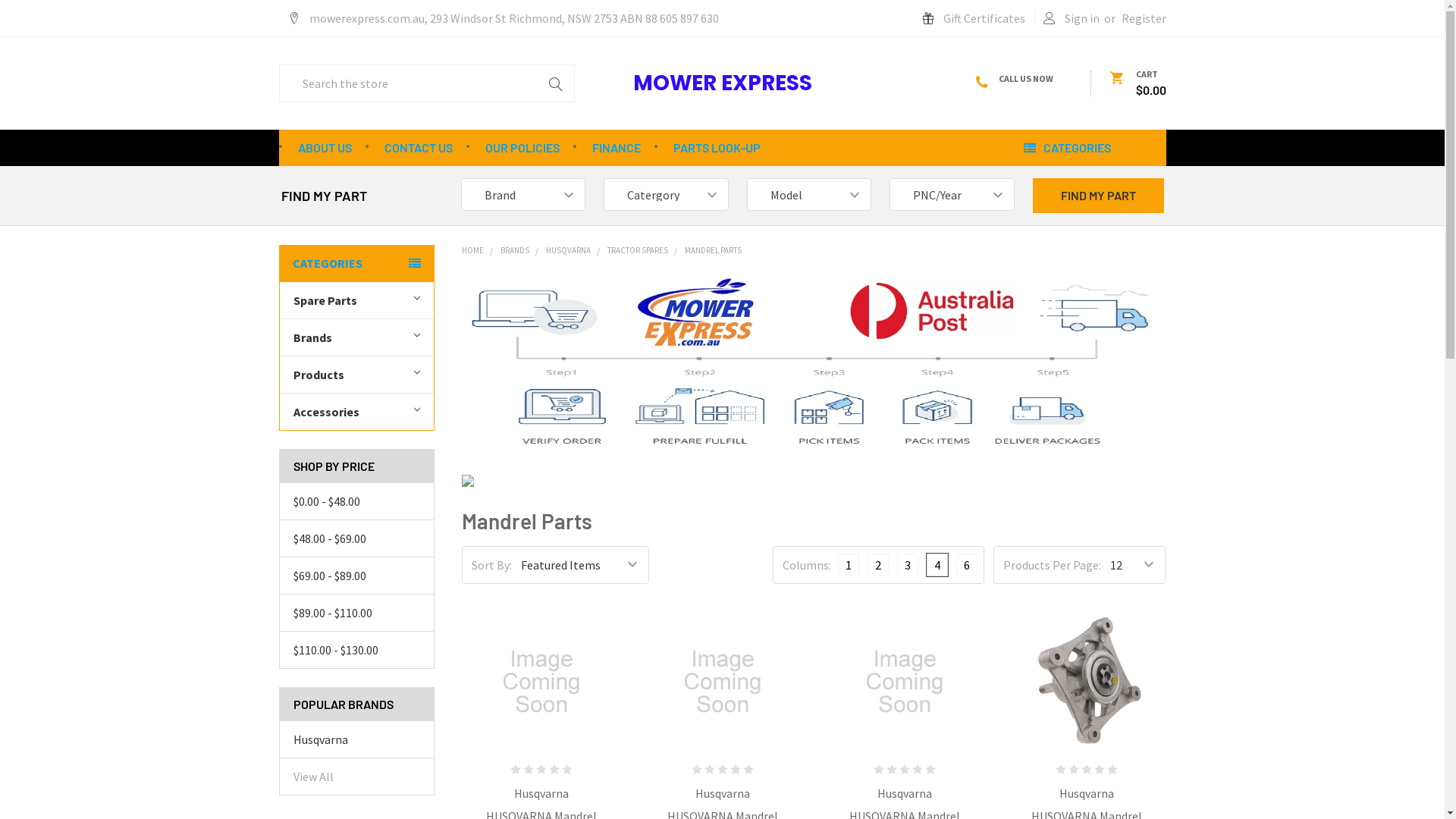  I want to click on 'MANDREL PARTS', so click(712, 249).